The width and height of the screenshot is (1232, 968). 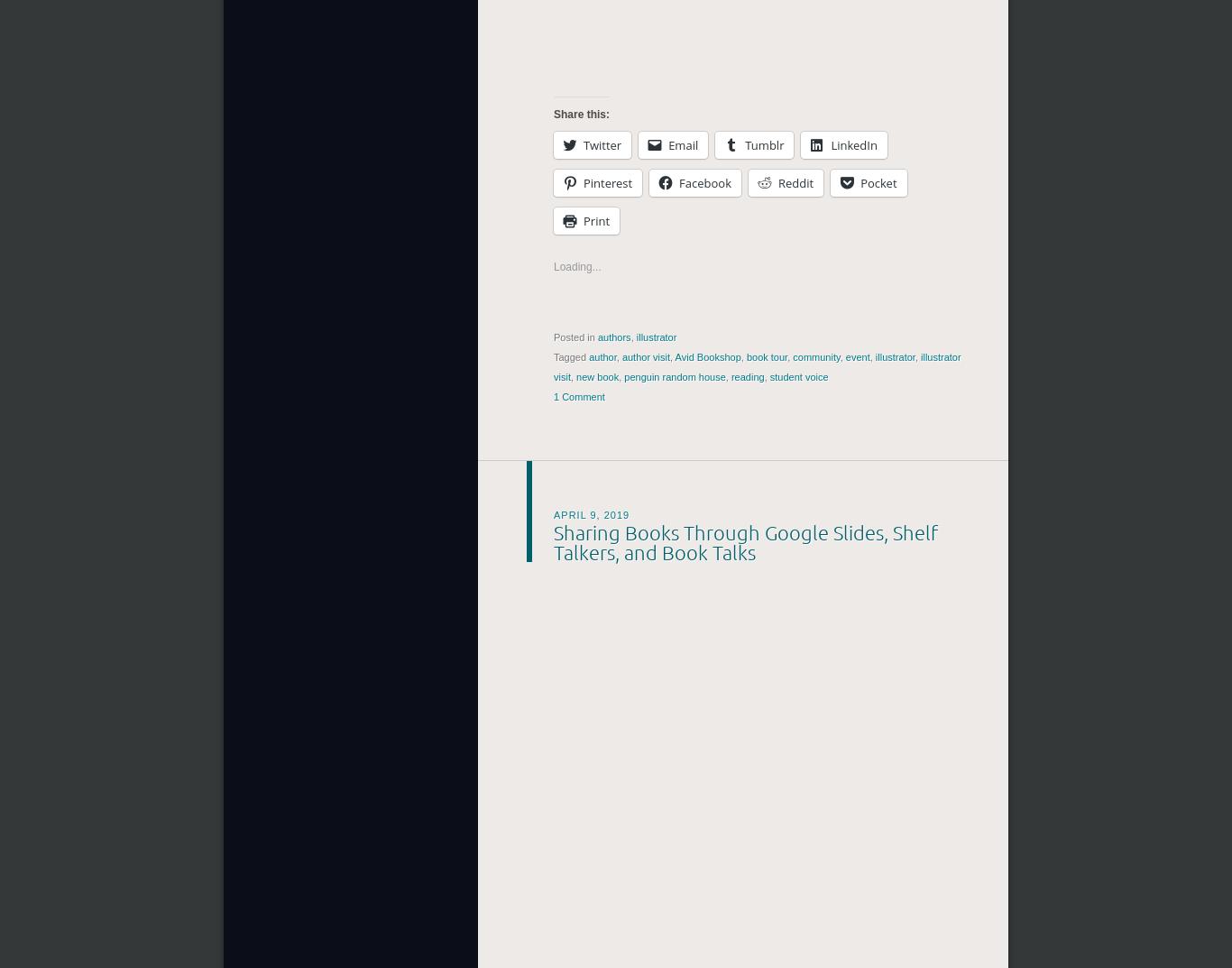 What do you see at coordinates (595, 336) in the screenshot?
I see `'authors'` at bounding box center [595, 336].